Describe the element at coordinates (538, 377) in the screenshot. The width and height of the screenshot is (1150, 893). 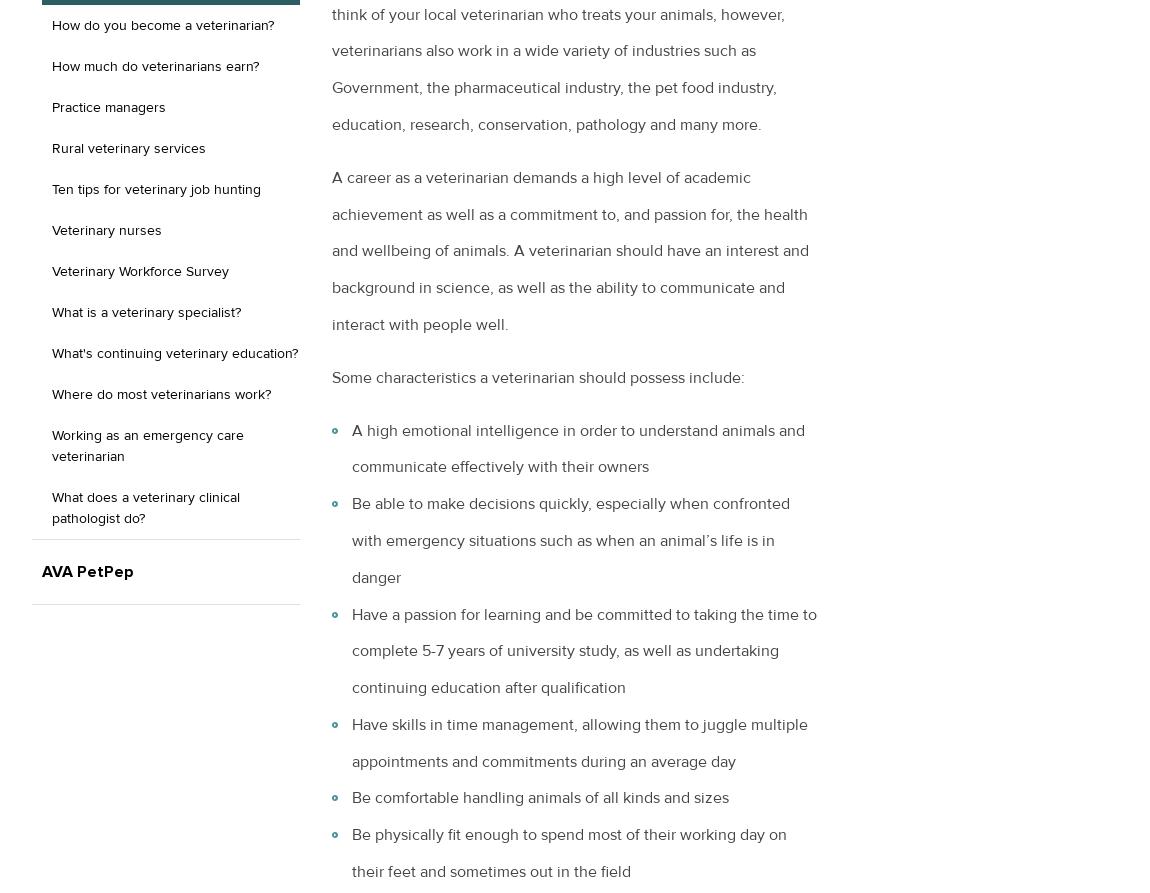
I see `'Some characteristics a veterinarian should possess include:'` at that location.